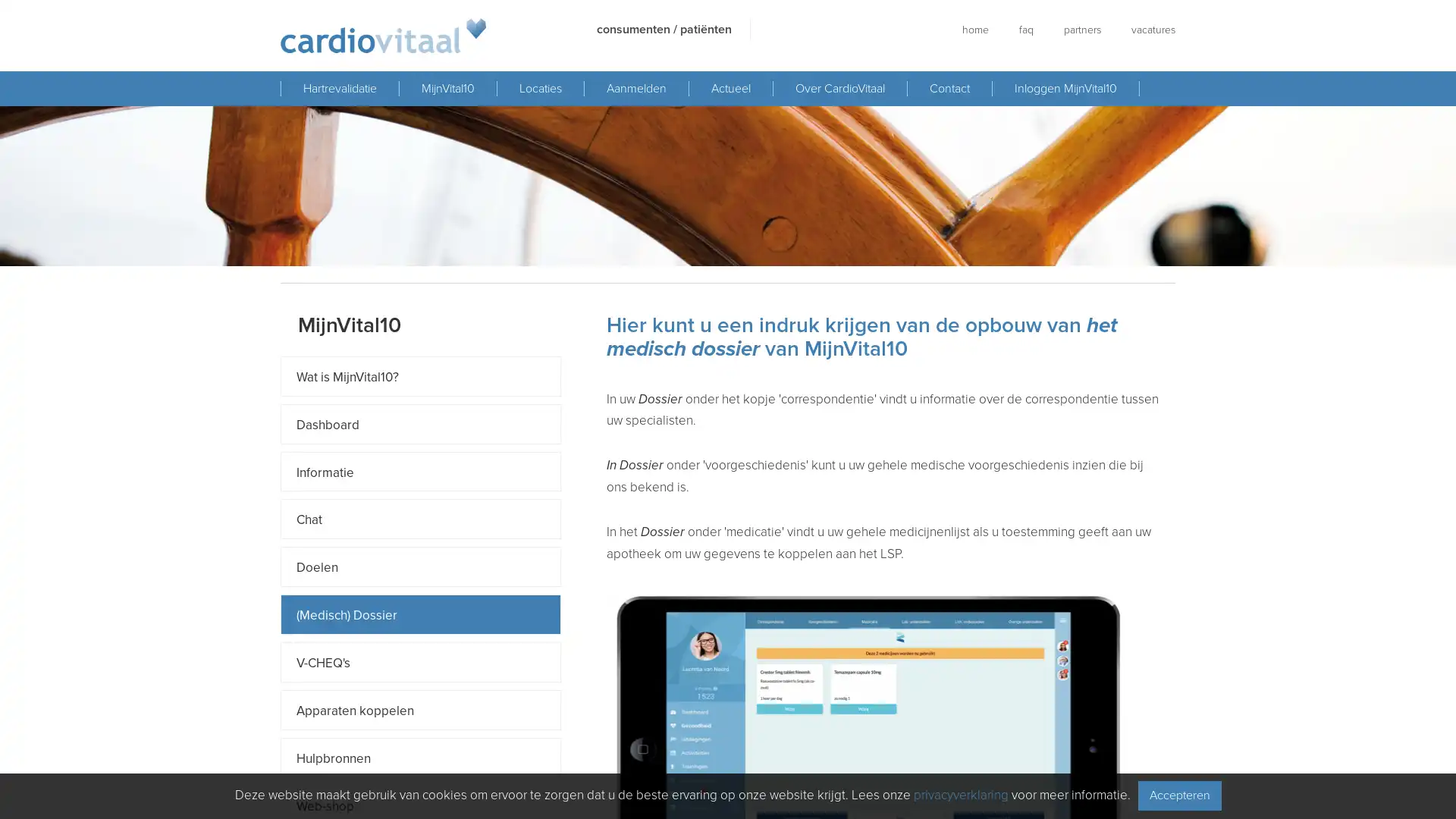 The width and height of the screenshot is (1456, 819). What do you see at coordinates (1178, 795) in the screenshot?
I see `Accepteren` at bounding box center [1178, 795].